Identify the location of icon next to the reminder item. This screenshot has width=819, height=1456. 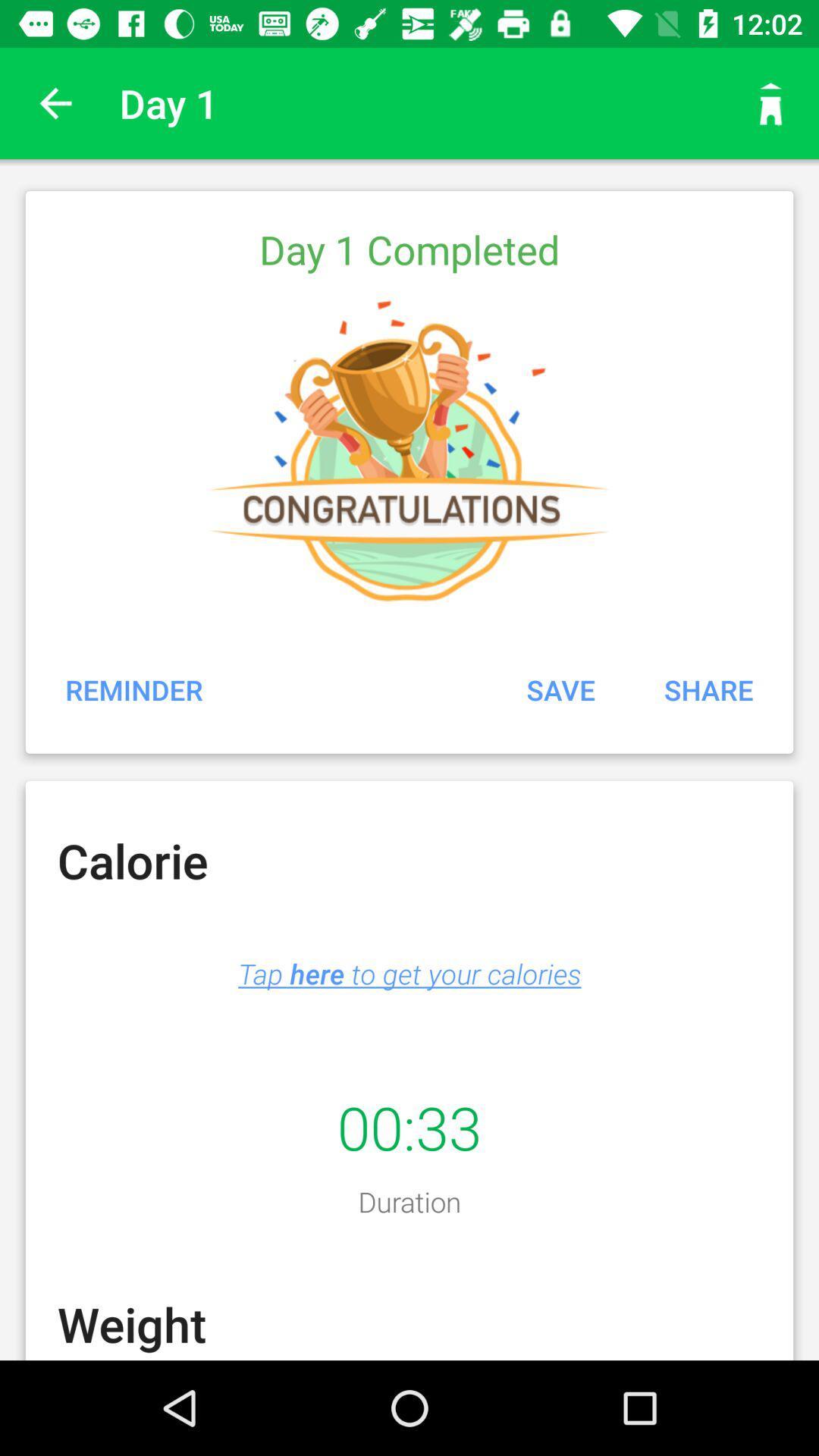
(560, 689).